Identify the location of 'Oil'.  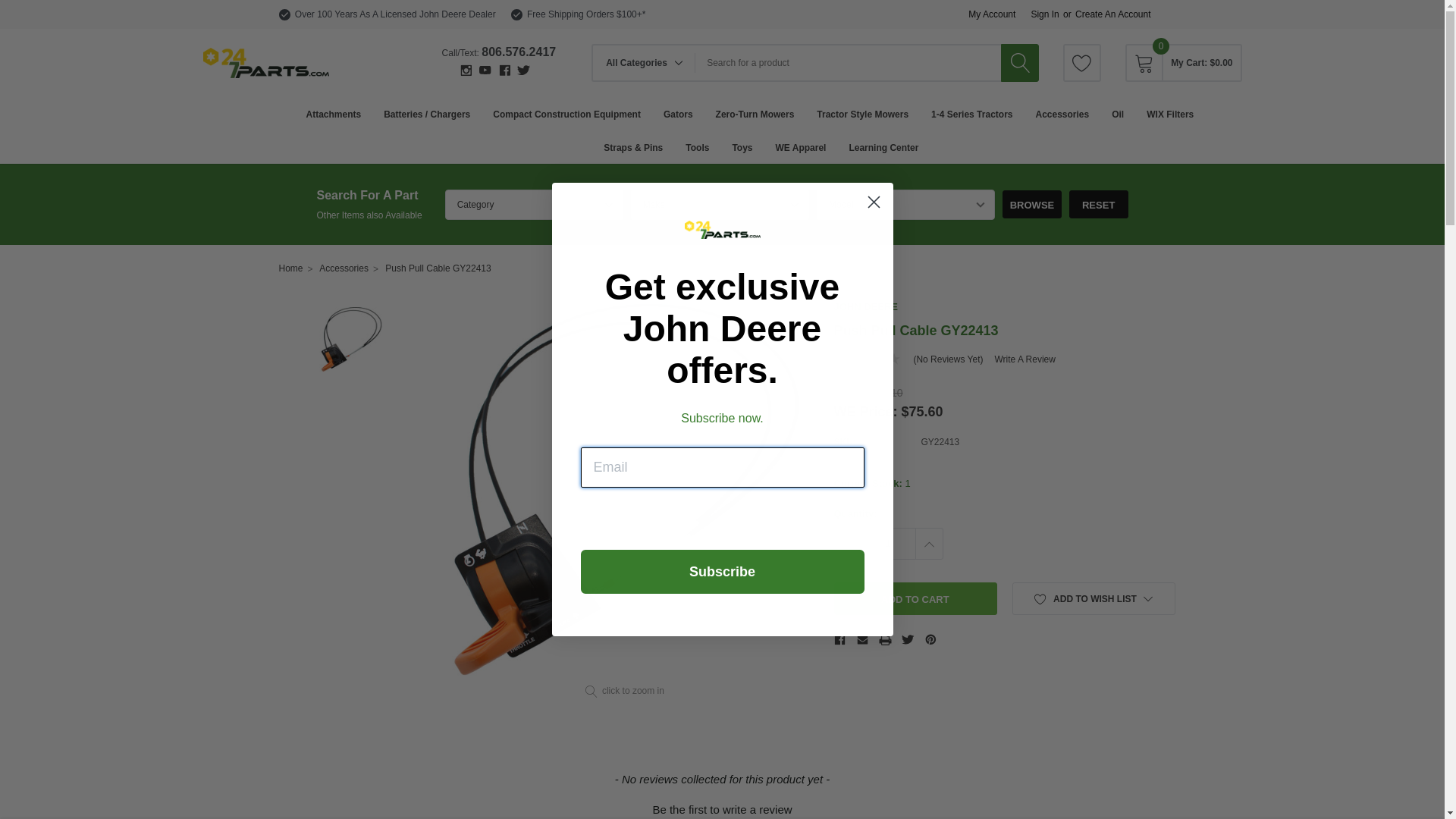
(1117, 113).